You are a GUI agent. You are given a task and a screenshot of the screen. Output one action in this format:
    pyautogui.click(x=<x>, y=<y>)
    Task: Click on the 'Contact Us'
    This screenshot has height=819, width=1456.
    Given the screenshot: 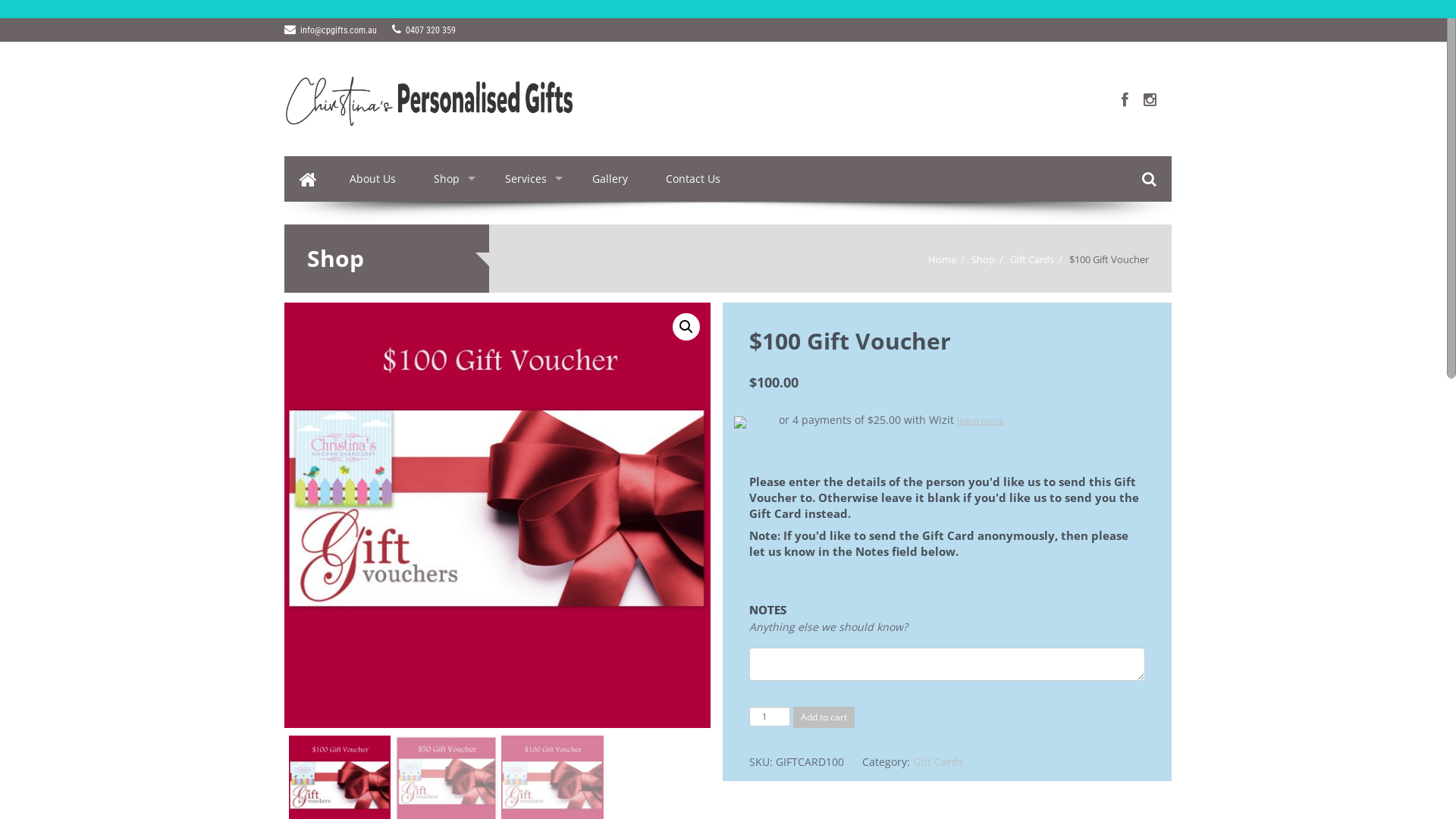 What is the action you would take?
    pyautogui.click(x=692, y=177)
    